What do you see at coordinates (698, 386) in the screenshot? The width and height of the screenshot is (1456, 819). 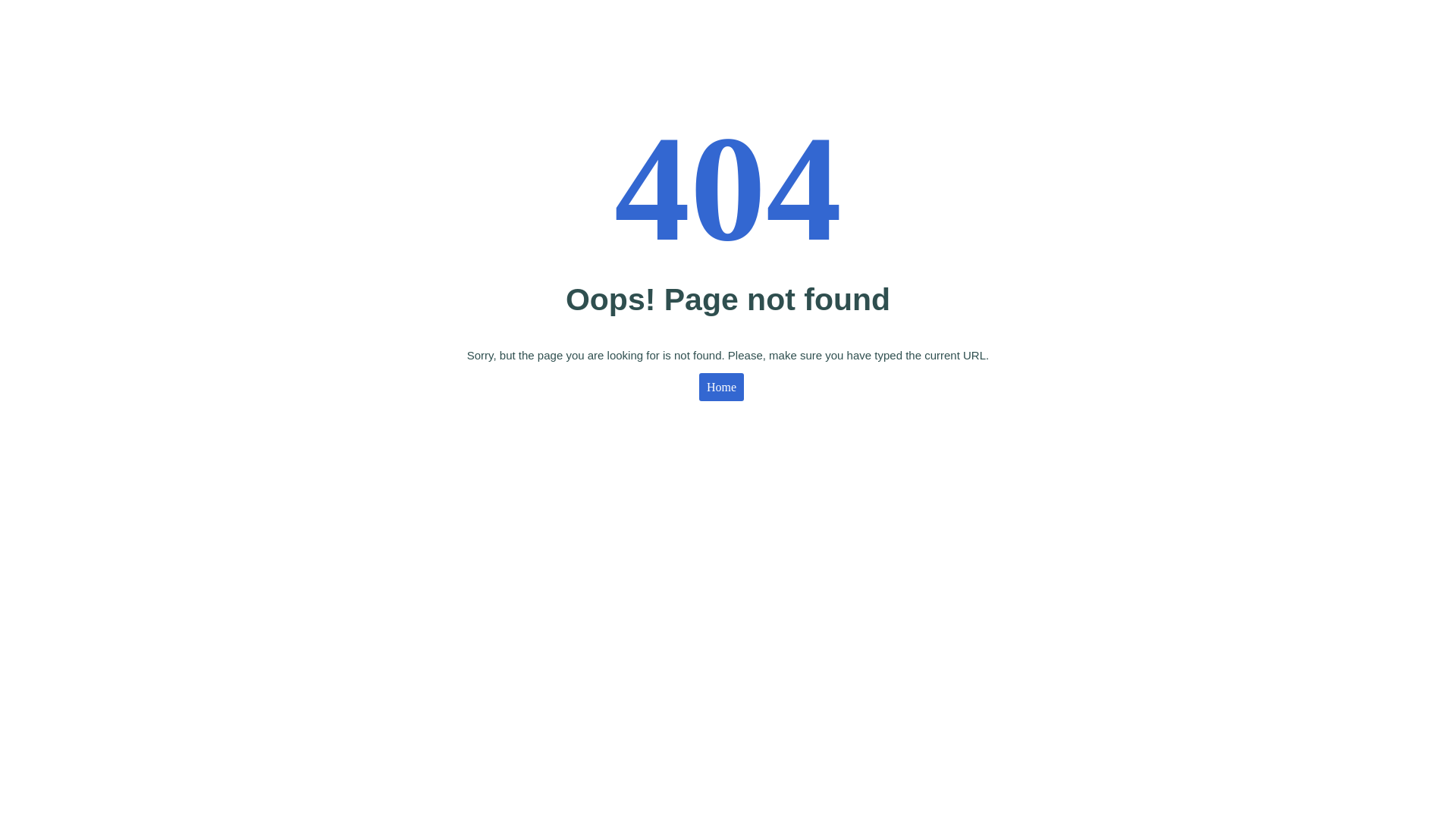 I see `'Home'` at bounding box center [698, 386].